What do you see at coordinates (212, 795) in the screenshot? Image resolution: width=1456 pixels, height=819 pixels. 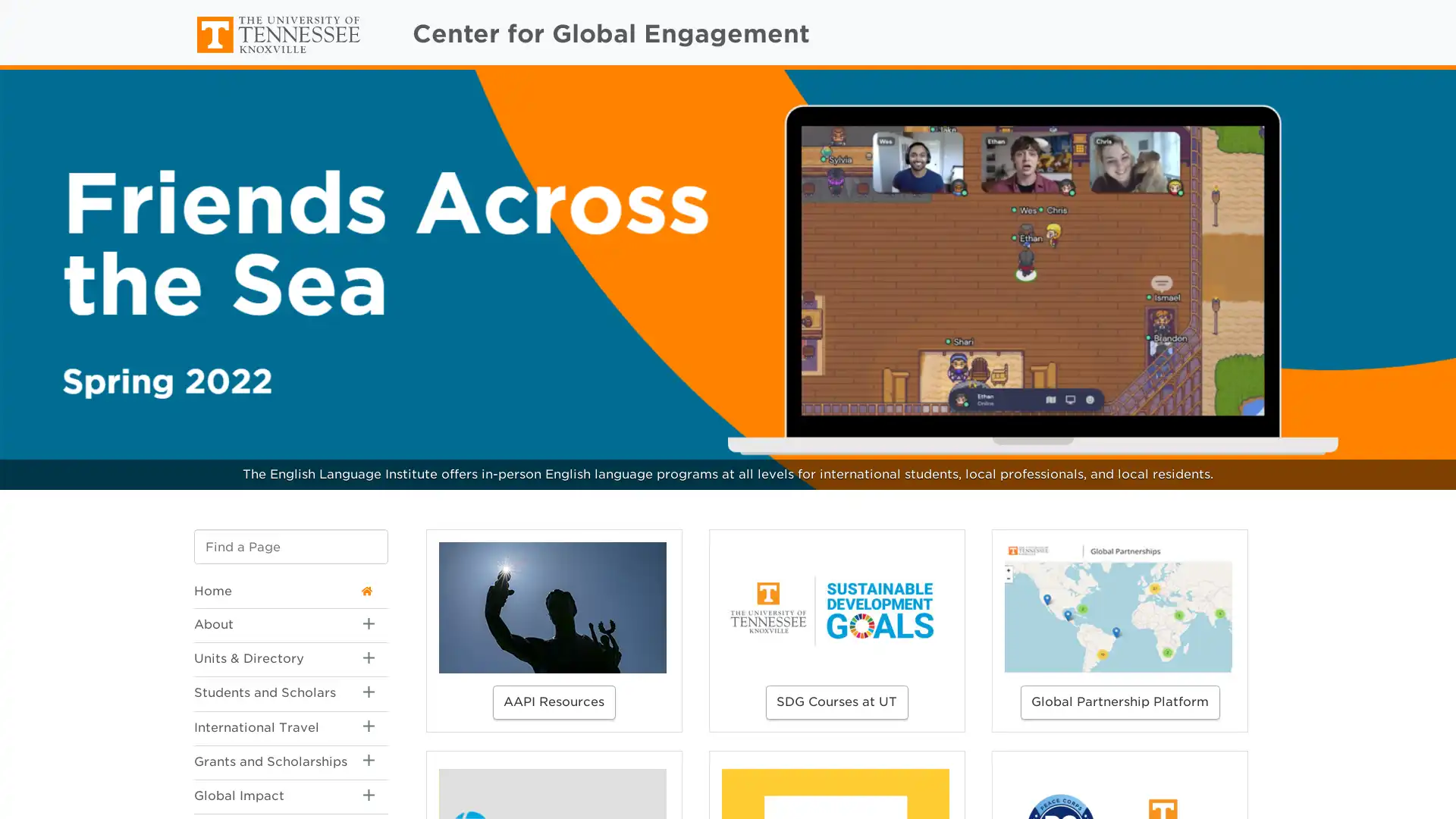 I see `Toggle Sub Menu` at bounding box center [212, 795].